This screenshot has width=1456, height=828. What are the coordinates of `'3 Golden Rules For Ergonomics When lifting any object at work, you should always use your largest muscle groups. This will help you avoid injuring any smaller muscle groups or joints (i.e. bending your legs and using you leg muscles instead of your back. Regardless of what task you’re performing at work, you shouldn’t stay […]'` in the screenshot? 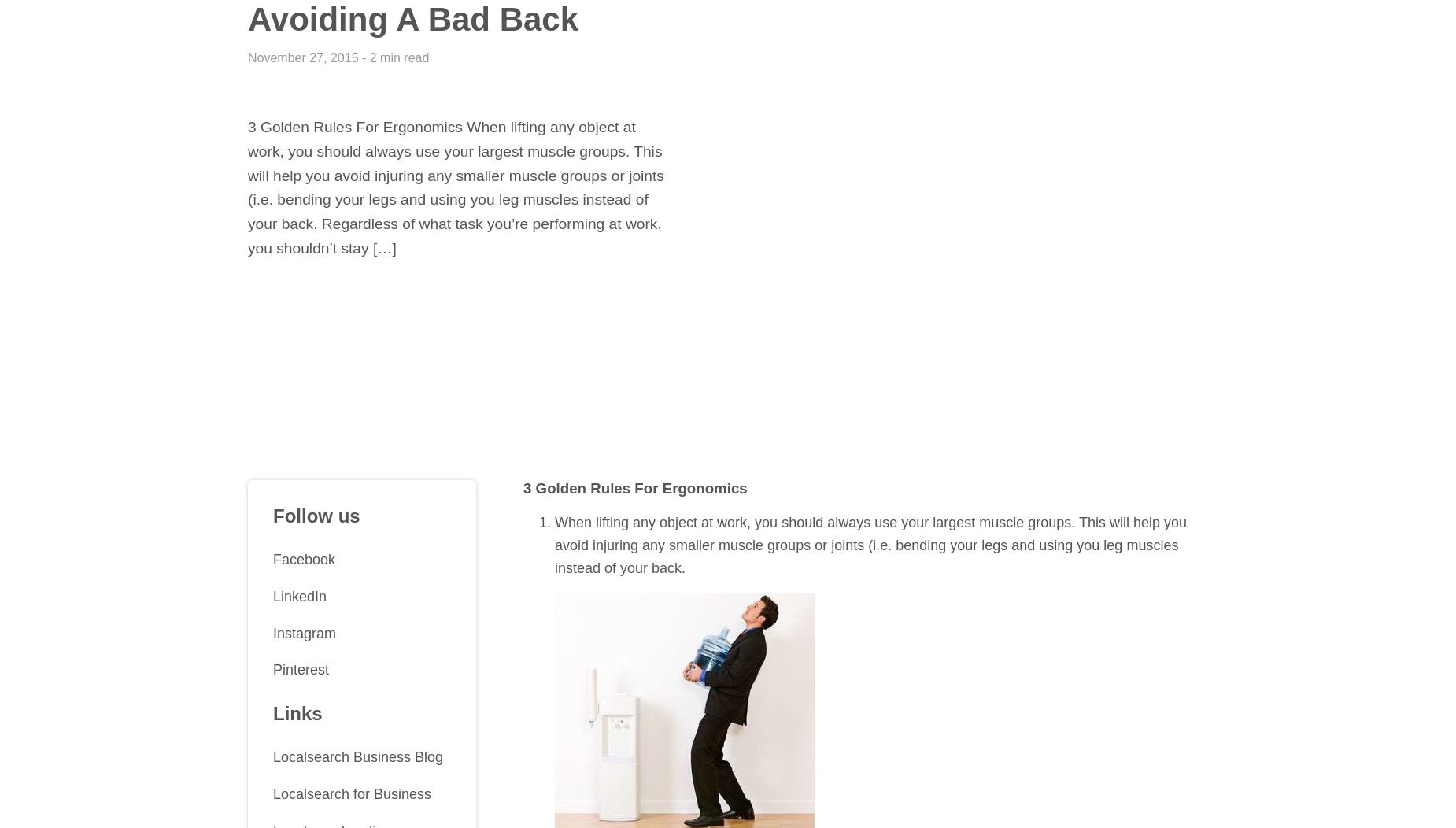 It's located at (456, 186).